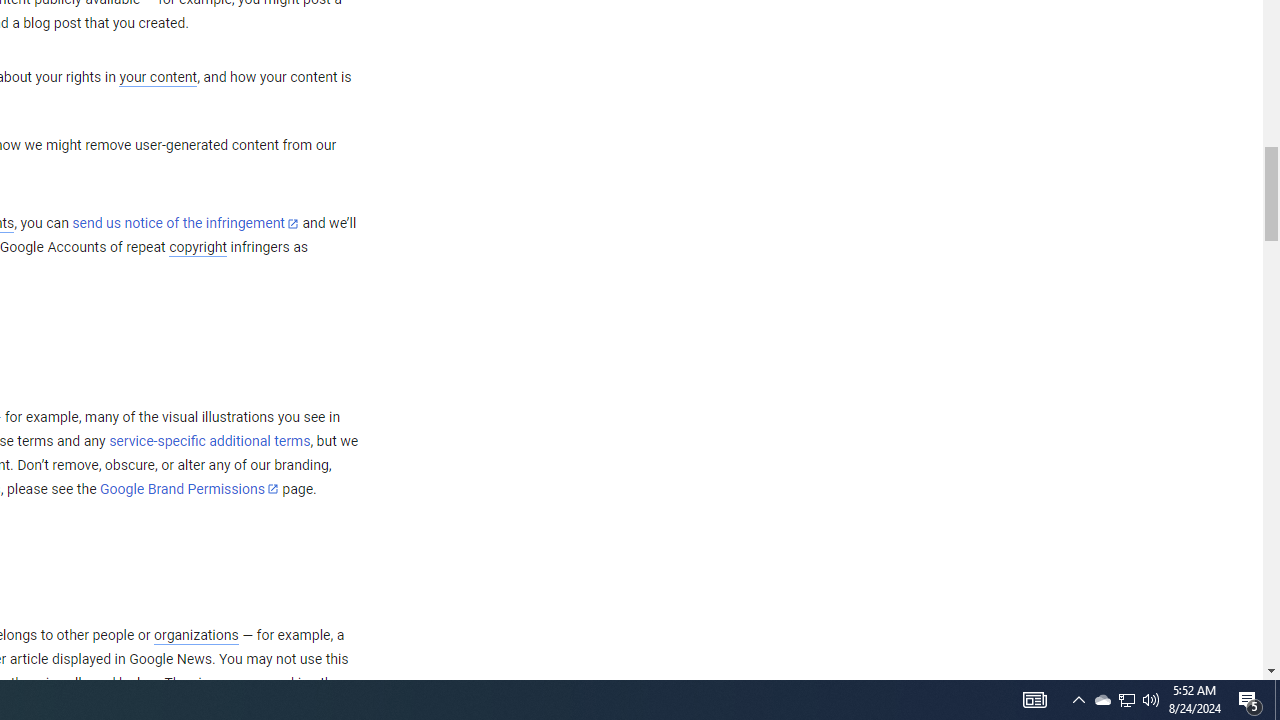 The width and height of the screenshot is (1280, 720). Describe the element at coordinates (198, 247) in the screenshot. I see `'copyright'` at that location.